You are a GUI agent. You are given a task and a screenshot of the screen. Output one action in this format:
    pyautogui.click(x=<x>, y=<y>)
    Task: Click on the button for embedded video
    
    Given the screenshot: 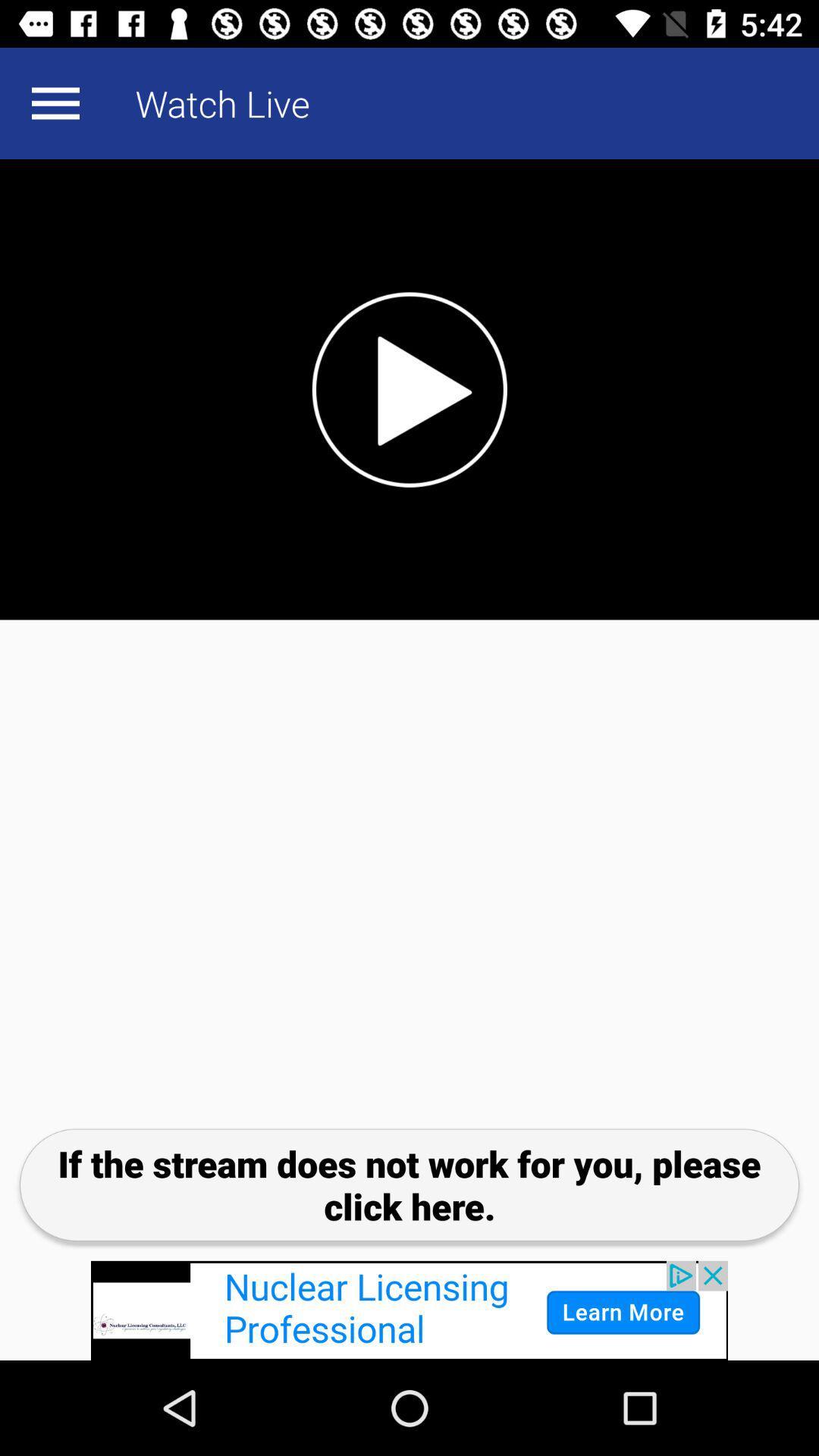 What is the action you would take?
    pyautogui.click(x=409, y=389)
    